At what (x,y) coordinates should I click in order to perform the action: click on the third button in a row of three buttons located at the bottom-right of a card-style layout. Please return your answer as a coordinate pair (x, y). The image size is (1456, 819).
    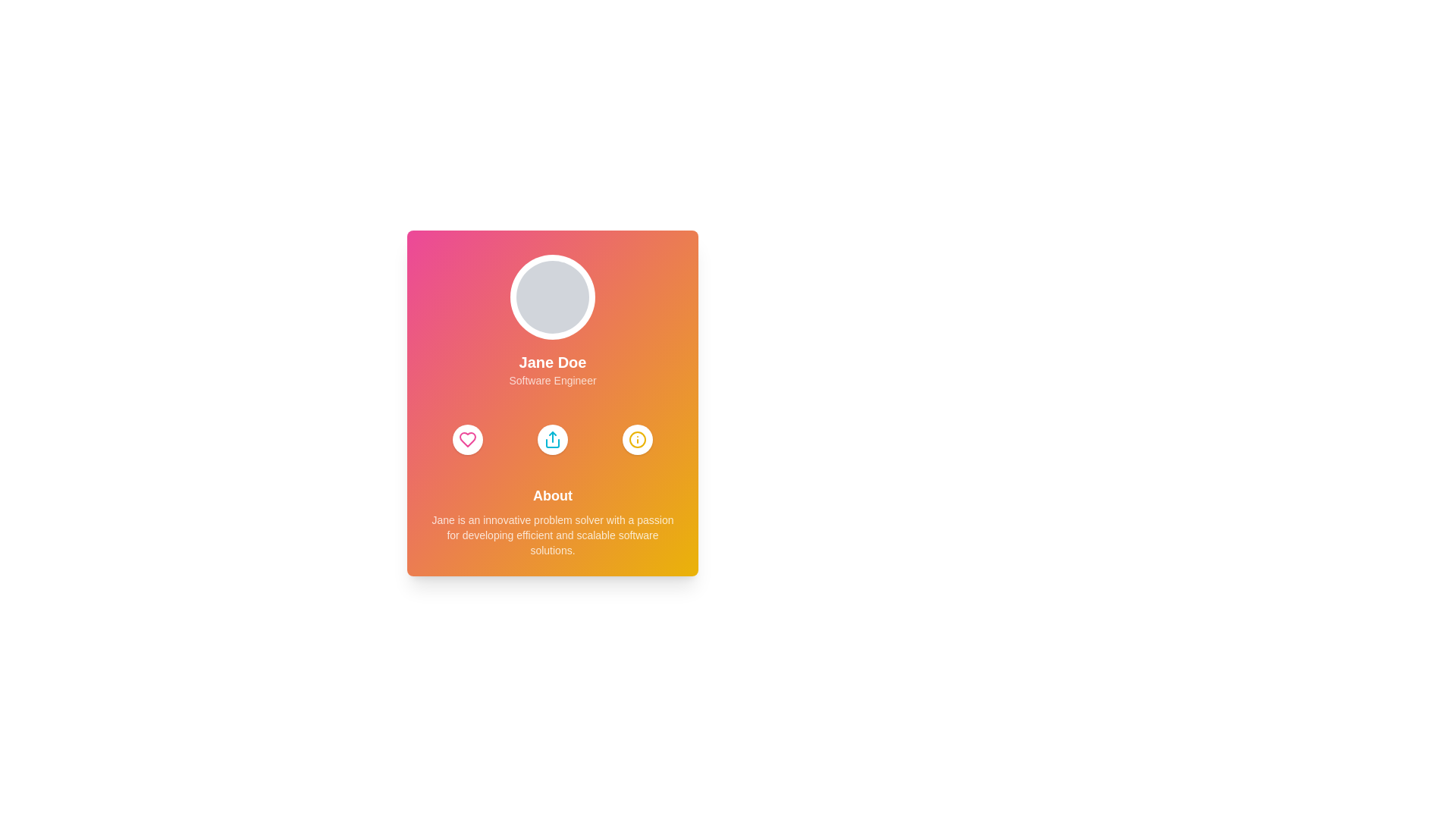
    Looking at the image, I should click on (637, 439).